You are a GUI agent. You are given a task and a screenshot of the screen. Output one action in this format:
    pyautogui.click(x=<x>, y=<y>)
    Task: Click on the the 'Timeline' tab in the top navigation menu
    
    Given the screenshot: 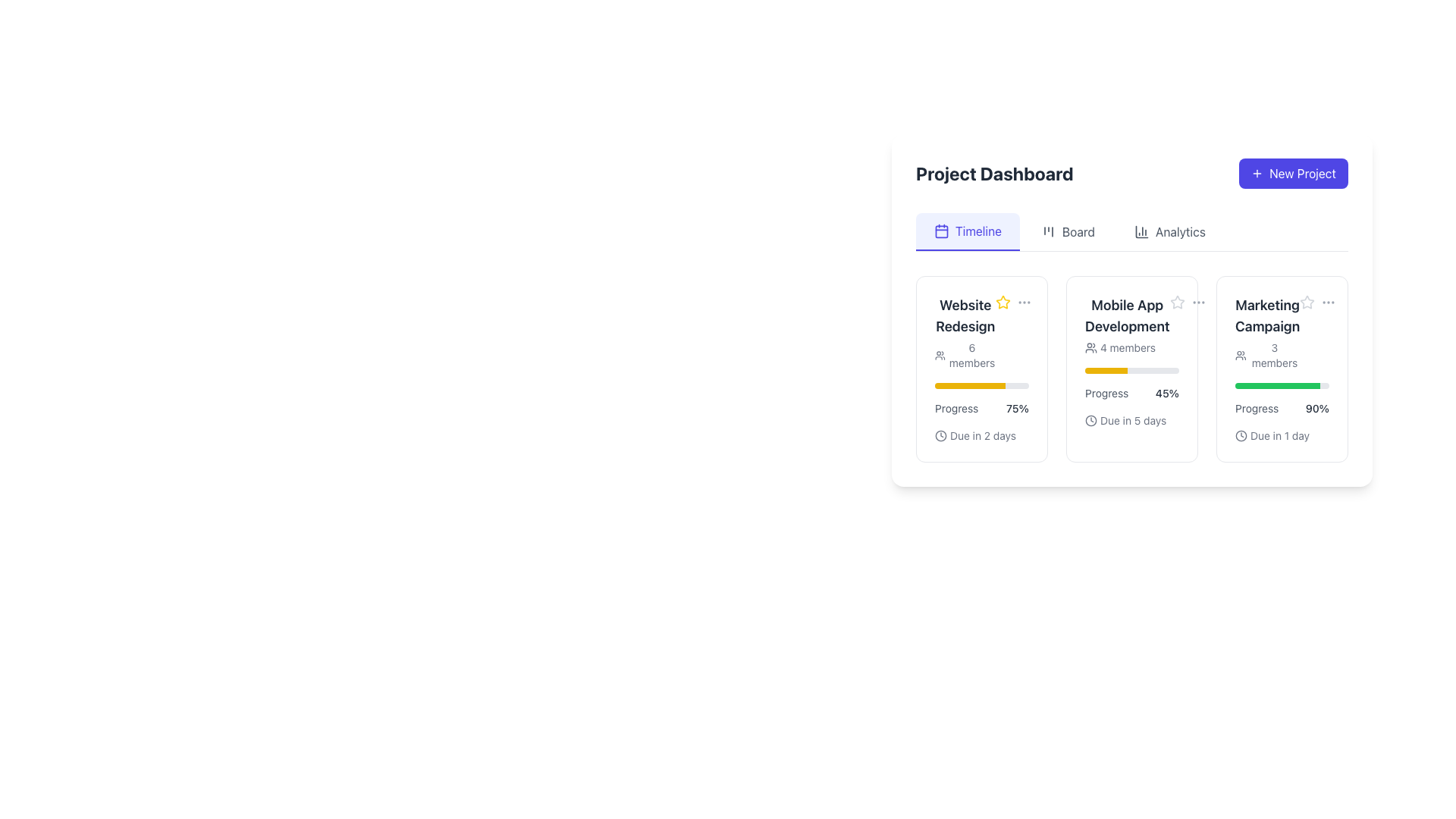 What is the action you would take?
    pyautogui.click(x=967, y=231)
    